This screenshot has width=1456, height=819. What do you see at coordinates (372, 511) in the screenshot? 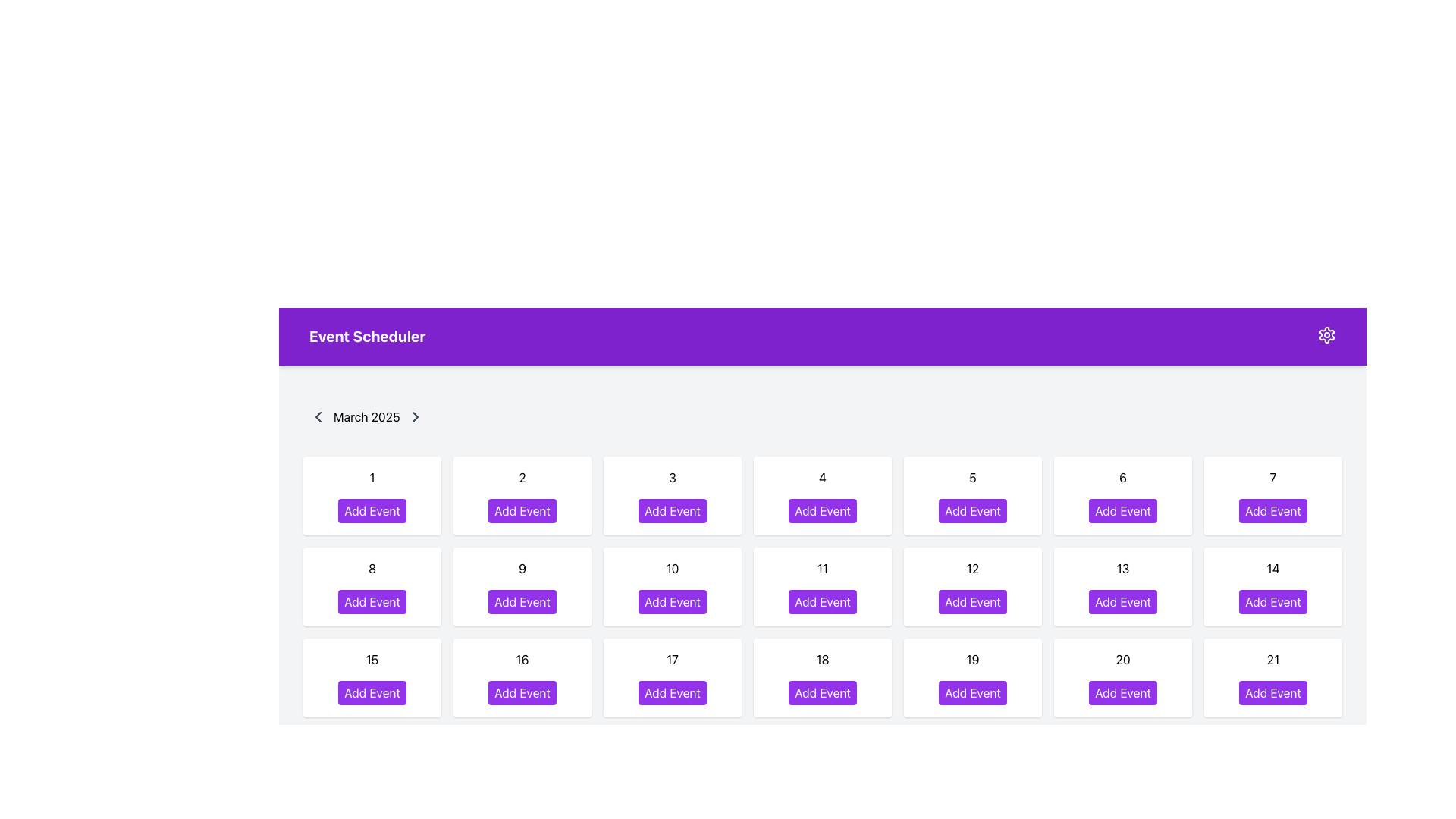
I see `the button located in the Event Scheduler interface under the calendar day labeled '1'` at bounding box center [372, 511].